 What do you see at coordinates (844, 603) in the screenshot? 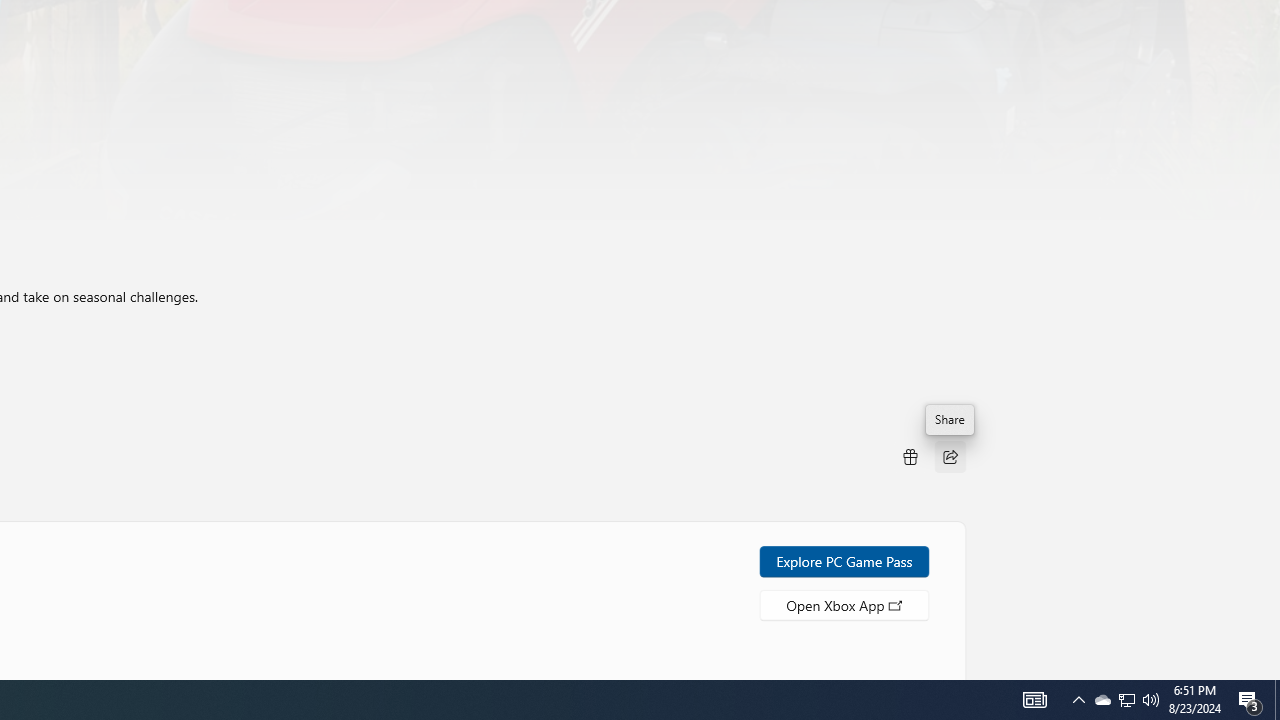
I see `'Open Xbox App'` at bounding box center [844, 603].